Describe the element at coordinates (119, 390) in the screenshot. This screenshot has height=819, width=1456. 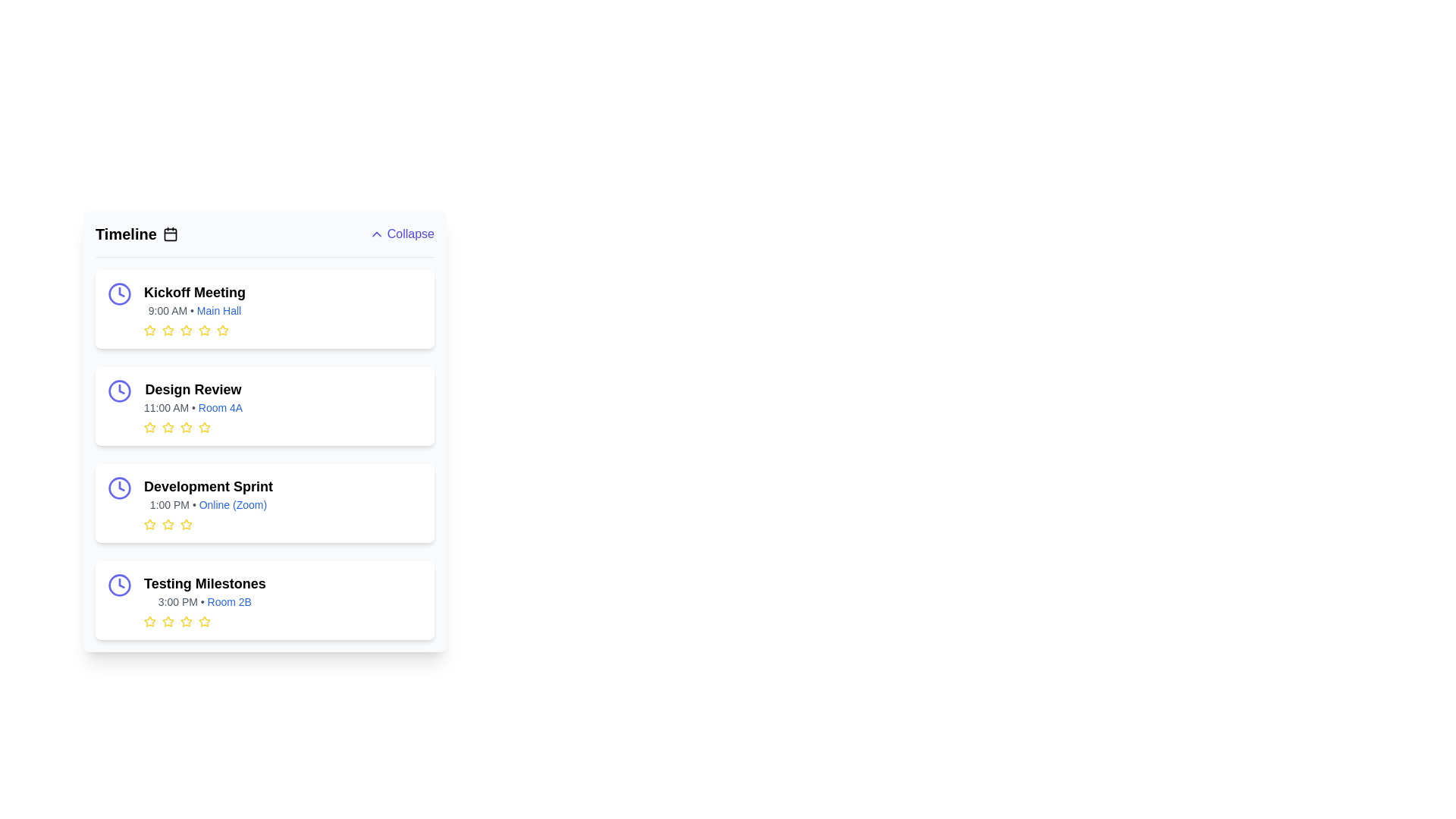
I see `the larger circular outline of the clock icon representing the 'Design Review' meeting time in the timeline` at that location.